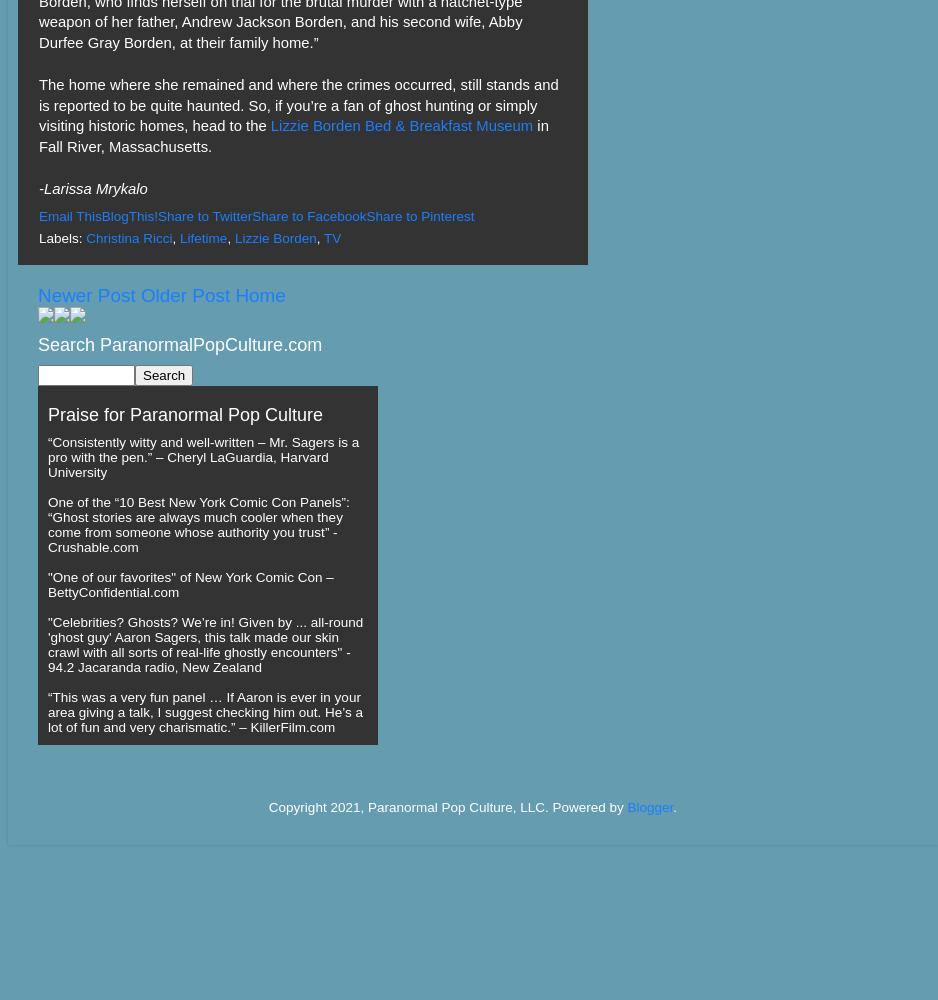 This screenshot has width=938, height=1000. I want to click on 'Praise for Paranormal Pop Culture', so click(184, 415).